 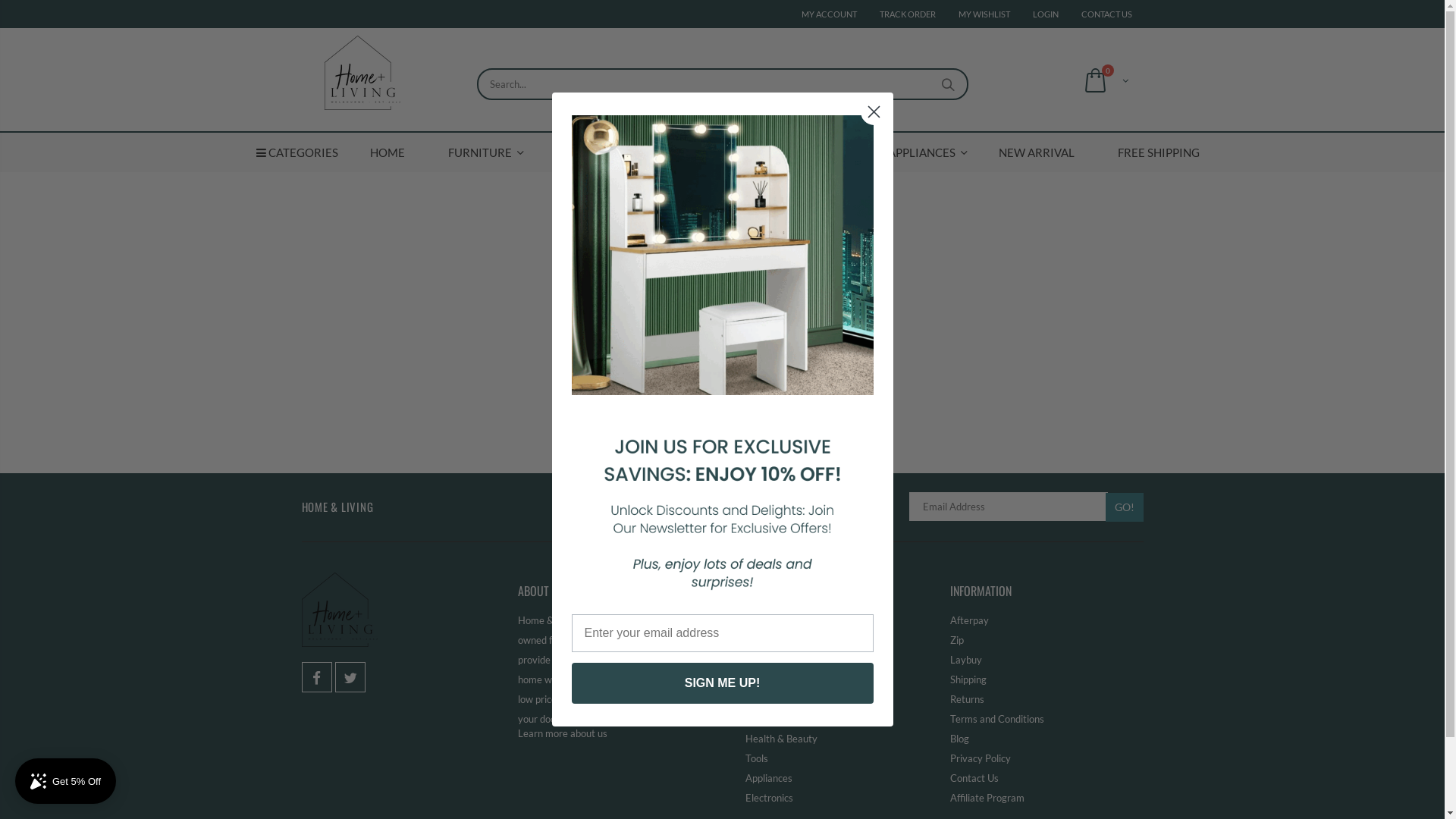 What do you see at coordinates (1036, 152) in the screenshot?
I see `'NEW ARRIVAL'` at bounding box center [1036, 152].